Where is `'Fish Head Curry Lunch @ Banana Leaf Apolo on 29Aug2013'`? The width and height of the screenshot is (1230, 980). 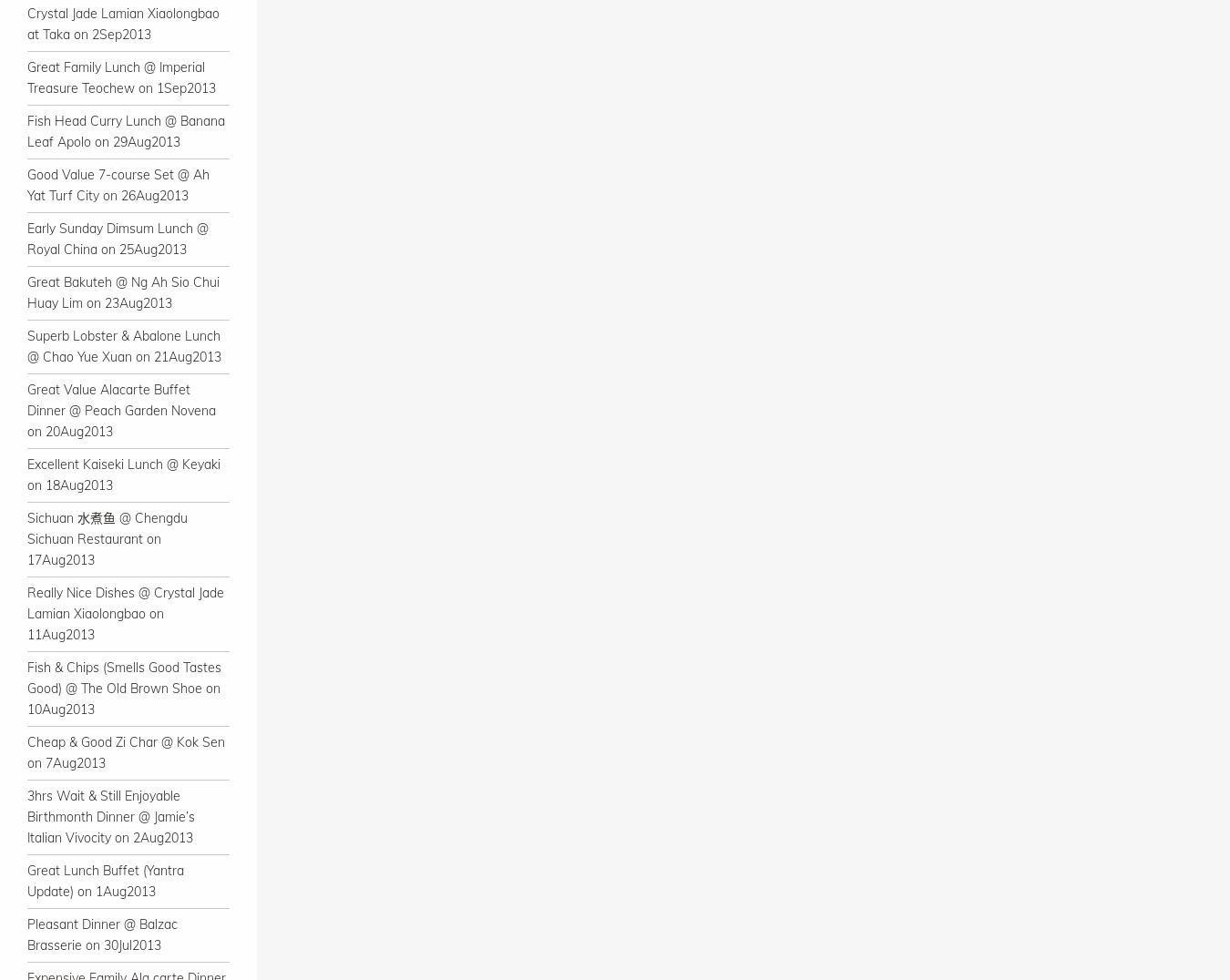
'Fish Head Curry Lunch @ Banana Leaf Apolo on 29Aug2013' is located at coordinates (126, 131).